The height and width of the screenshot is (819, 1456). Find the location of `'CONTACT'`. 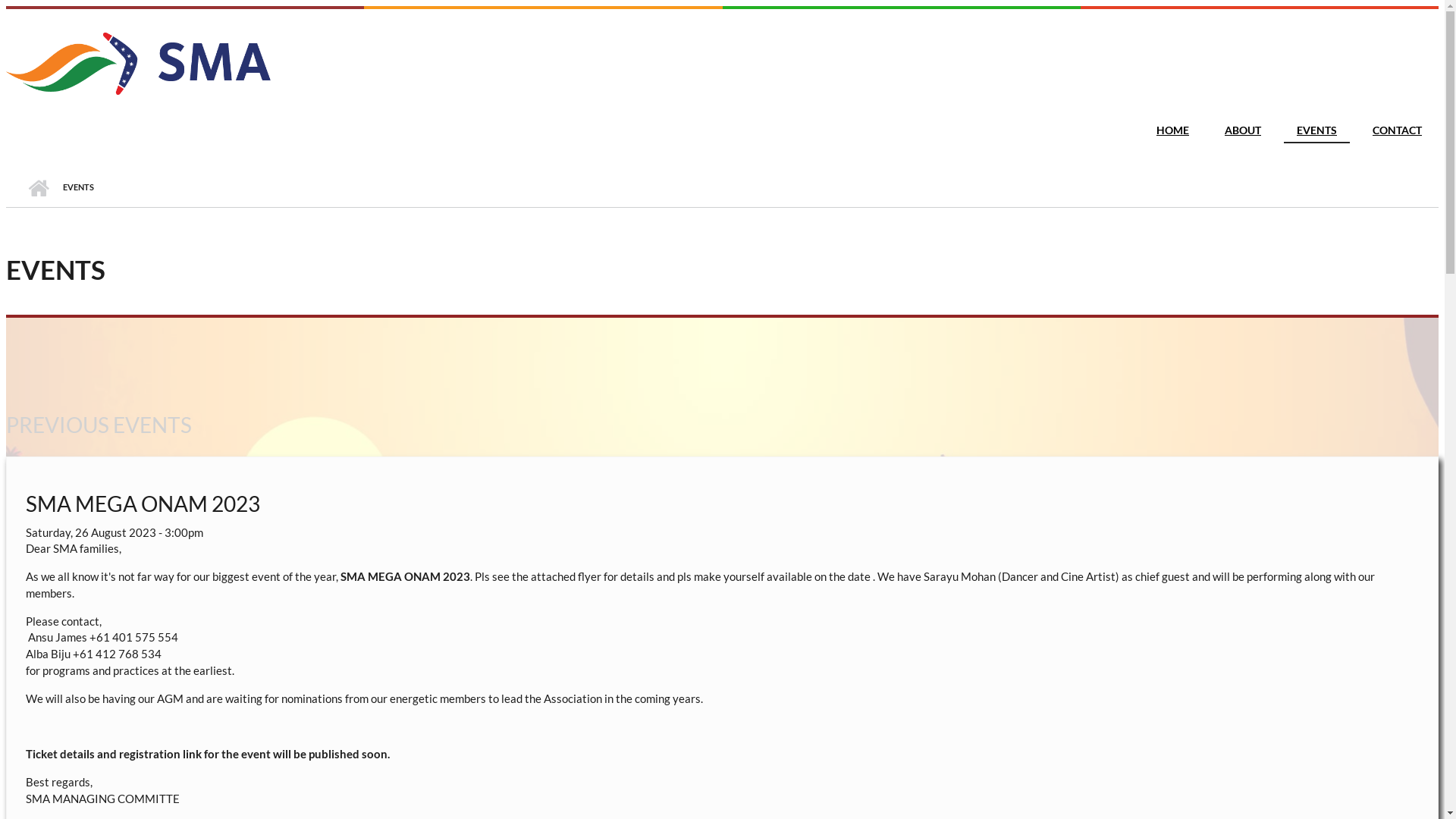

'CONTACT' is located at coordinates (1360, 130).